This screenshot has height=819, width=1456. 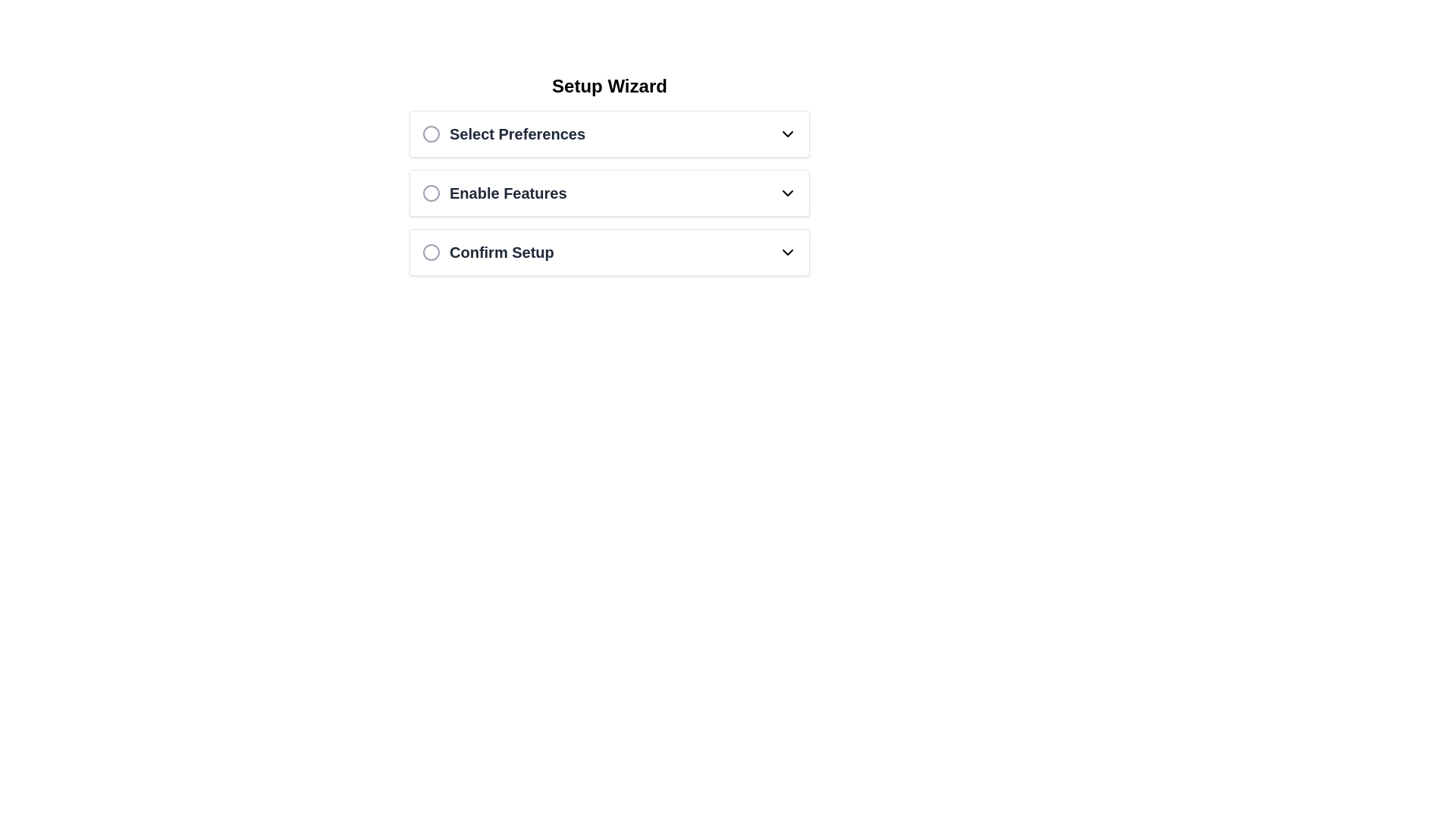 What do you see at coordinates (787, 251) in the screenshot?
I see `the chevron icon located at the far right of the 'Confirm Setup' section` at bounding box center [787, 251].